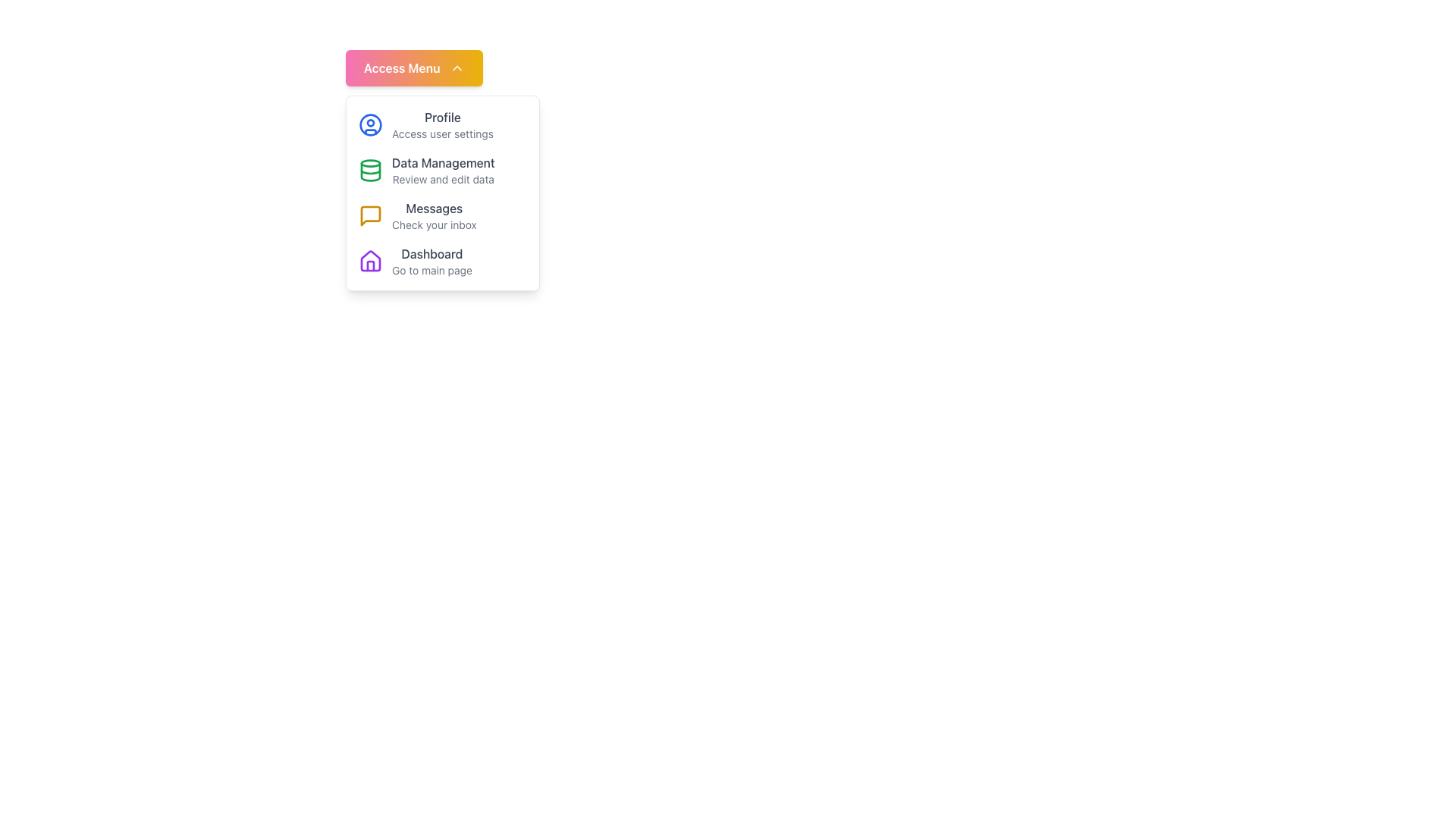  I want to click on description of the text 'Review and edit data' located beneath the 'Data Management' heading in the dropdown menu, so click(442, 178).